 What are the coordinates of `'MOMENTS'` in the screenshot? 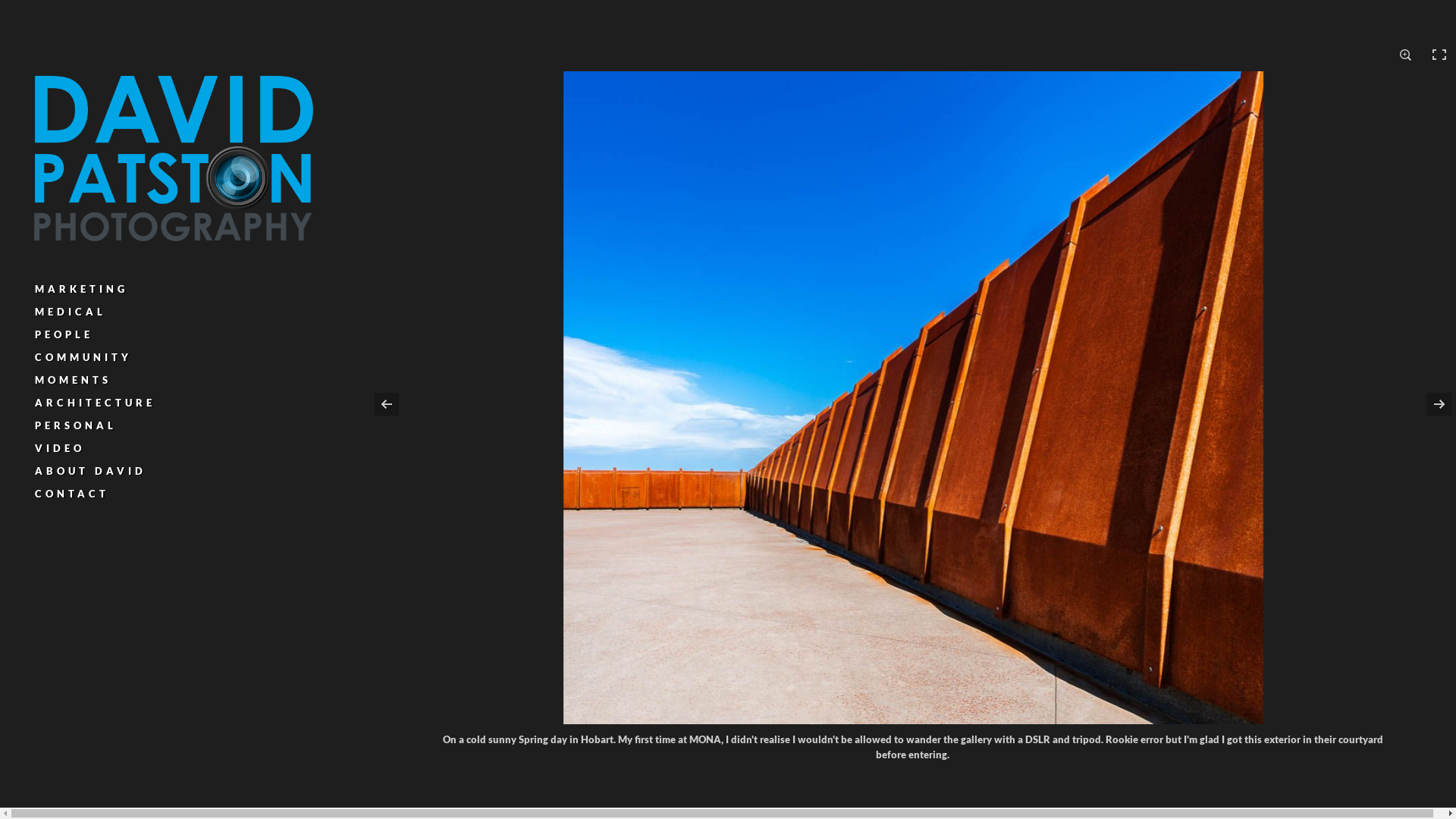 It's located at (35, 379).